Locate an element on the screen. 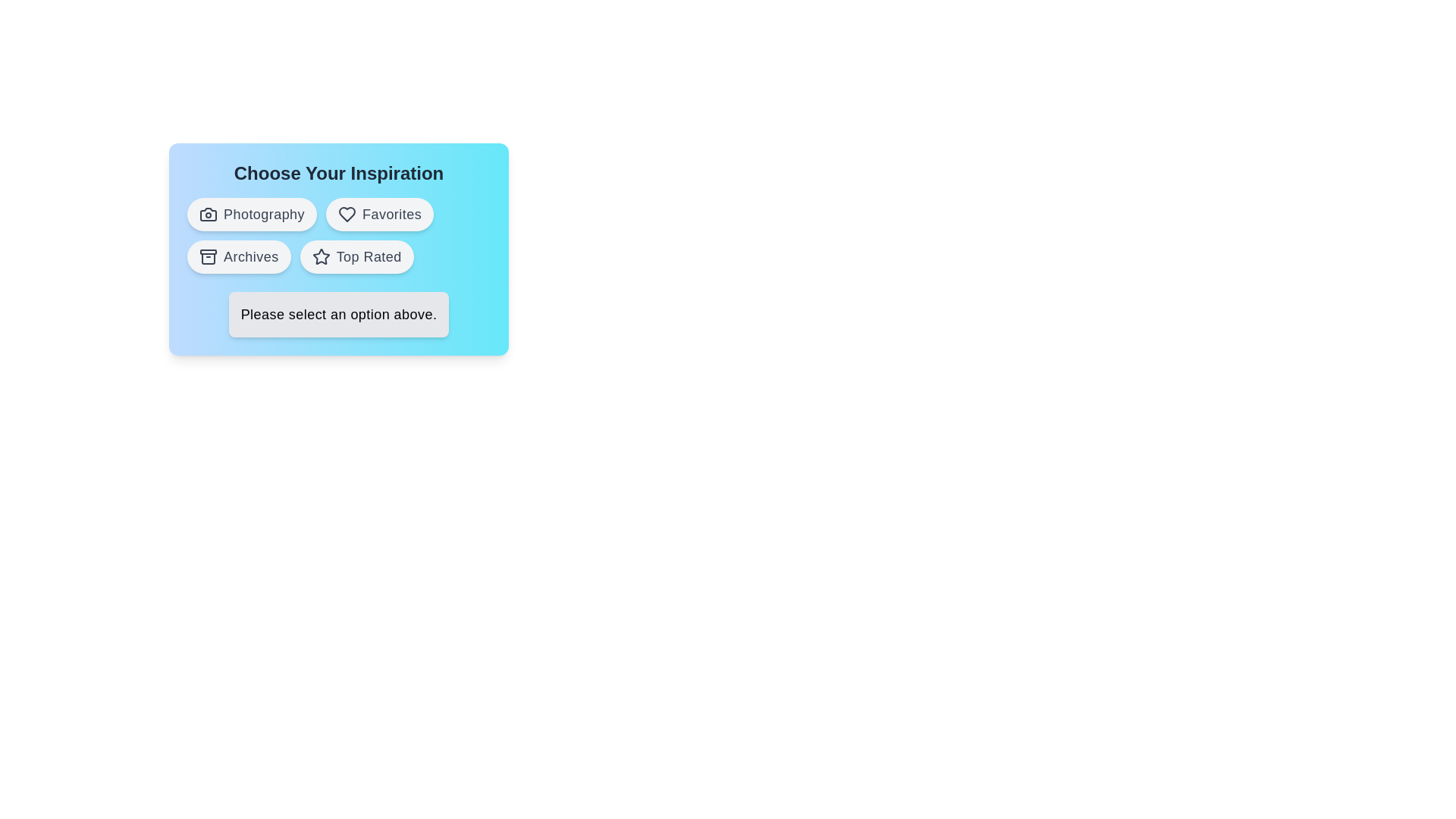 The image size is (1456, 819). the 'Favorites' label is located at coordinates (392, 214).